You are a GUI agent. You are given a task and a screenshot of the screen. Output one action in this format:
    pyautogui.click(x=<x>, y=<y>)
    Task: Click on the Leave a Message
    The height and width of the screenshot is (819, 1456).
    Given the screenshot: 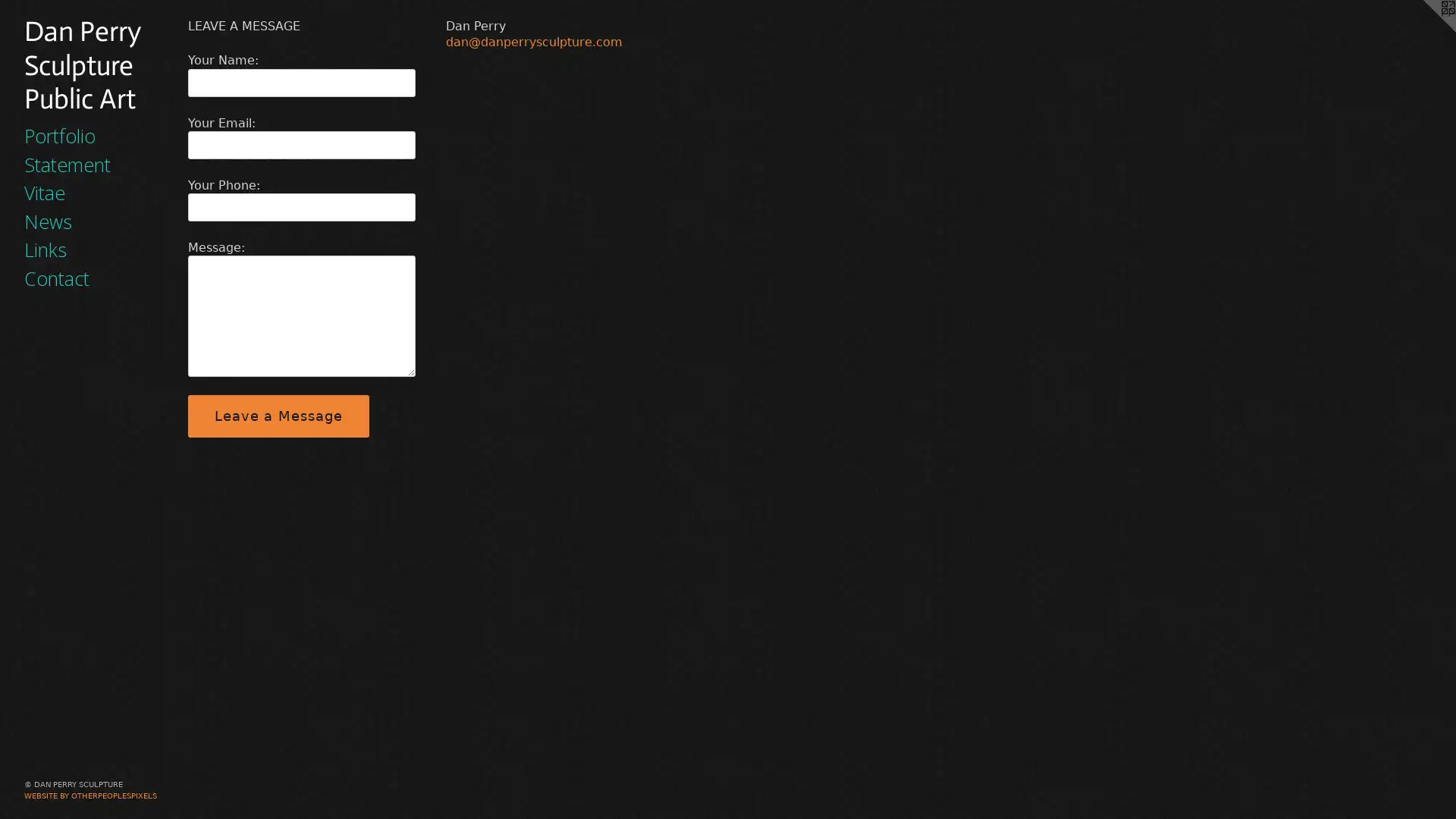 What is the action you would take?
    pyautogui.click(x=278, y=416)
    